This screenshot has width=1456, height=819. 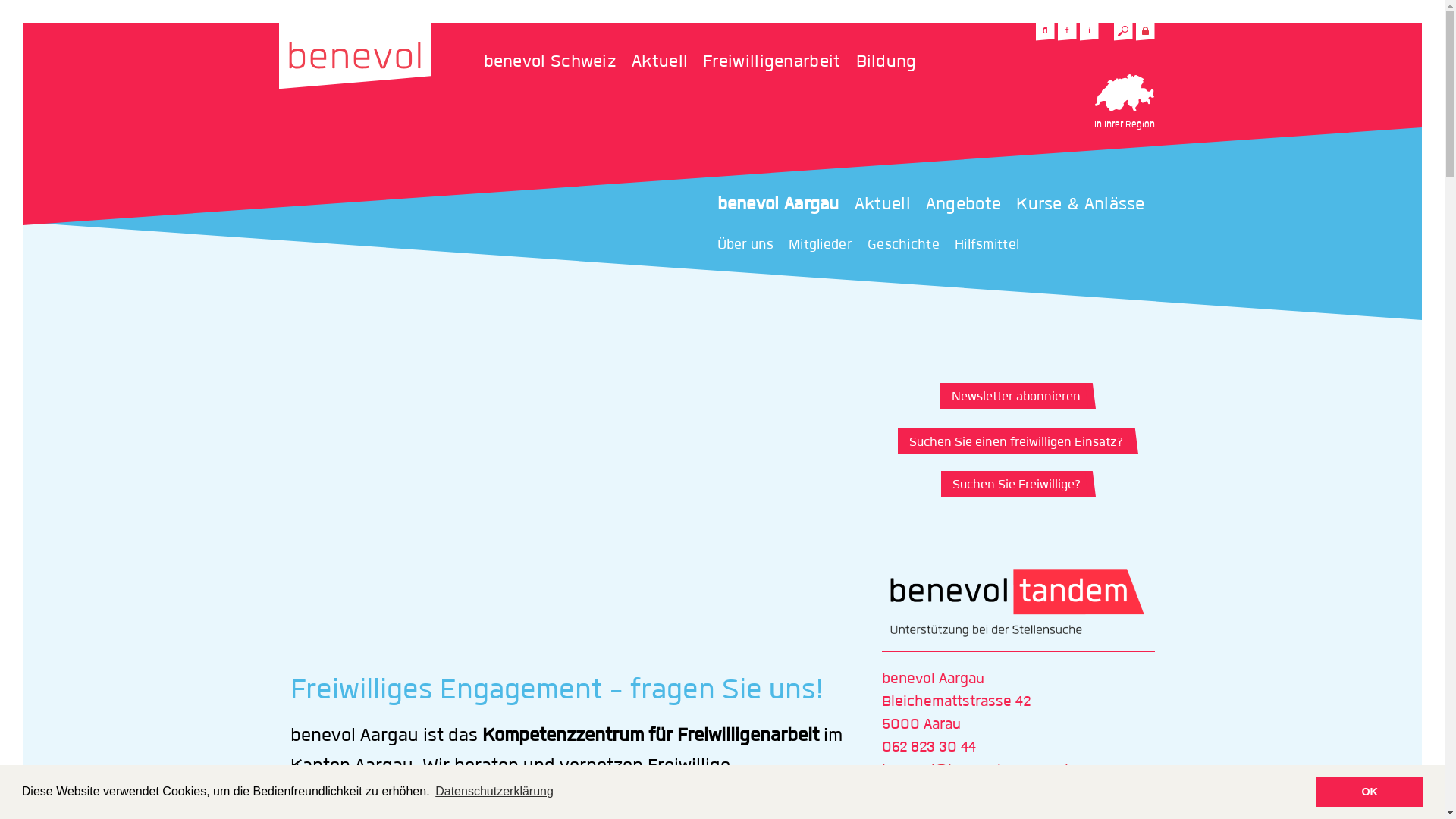 I want to click on 'benevol@benevol-aargau.ch', so click(x=880, y=769).